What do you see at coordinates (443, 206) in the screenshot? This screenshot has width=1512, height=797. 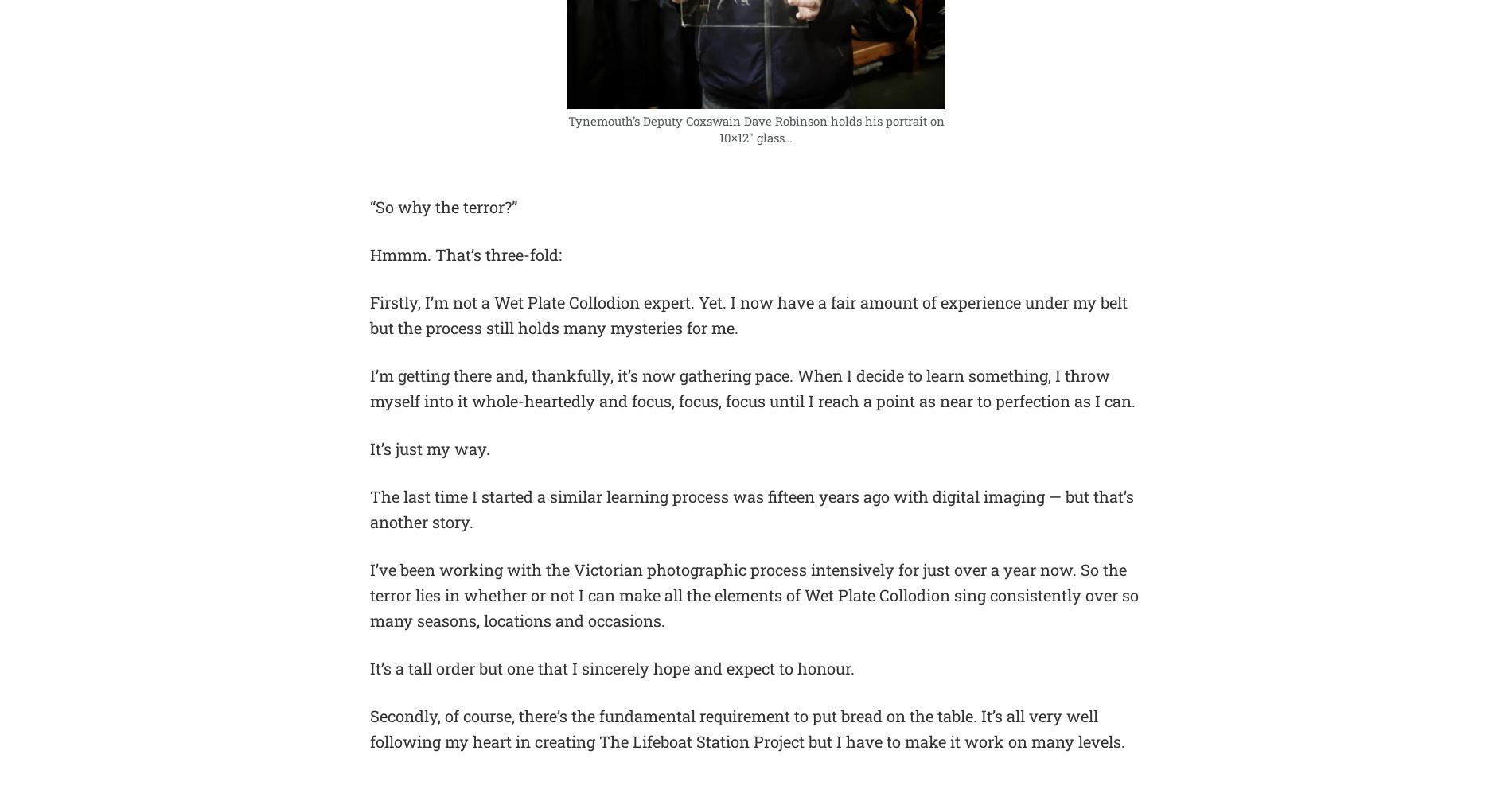 I see `'“So why the terror?”'` at bounding box center [443, 206].